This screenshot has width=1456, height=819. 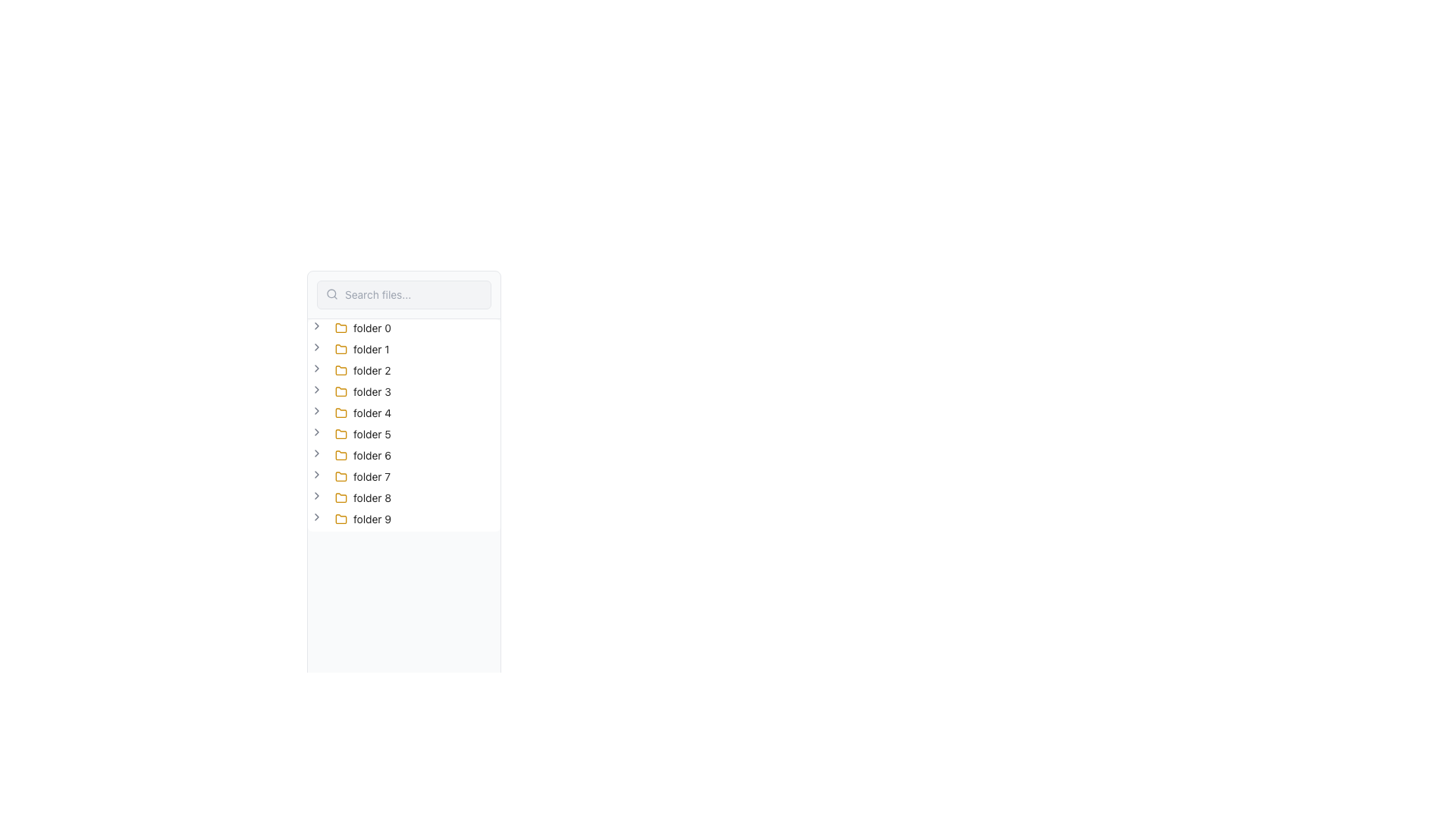 I want to click on to select the folder labeled 'folder 2', which is represented by a yellow folder icon in a vertical tree menu, so click(x=362, y=371).